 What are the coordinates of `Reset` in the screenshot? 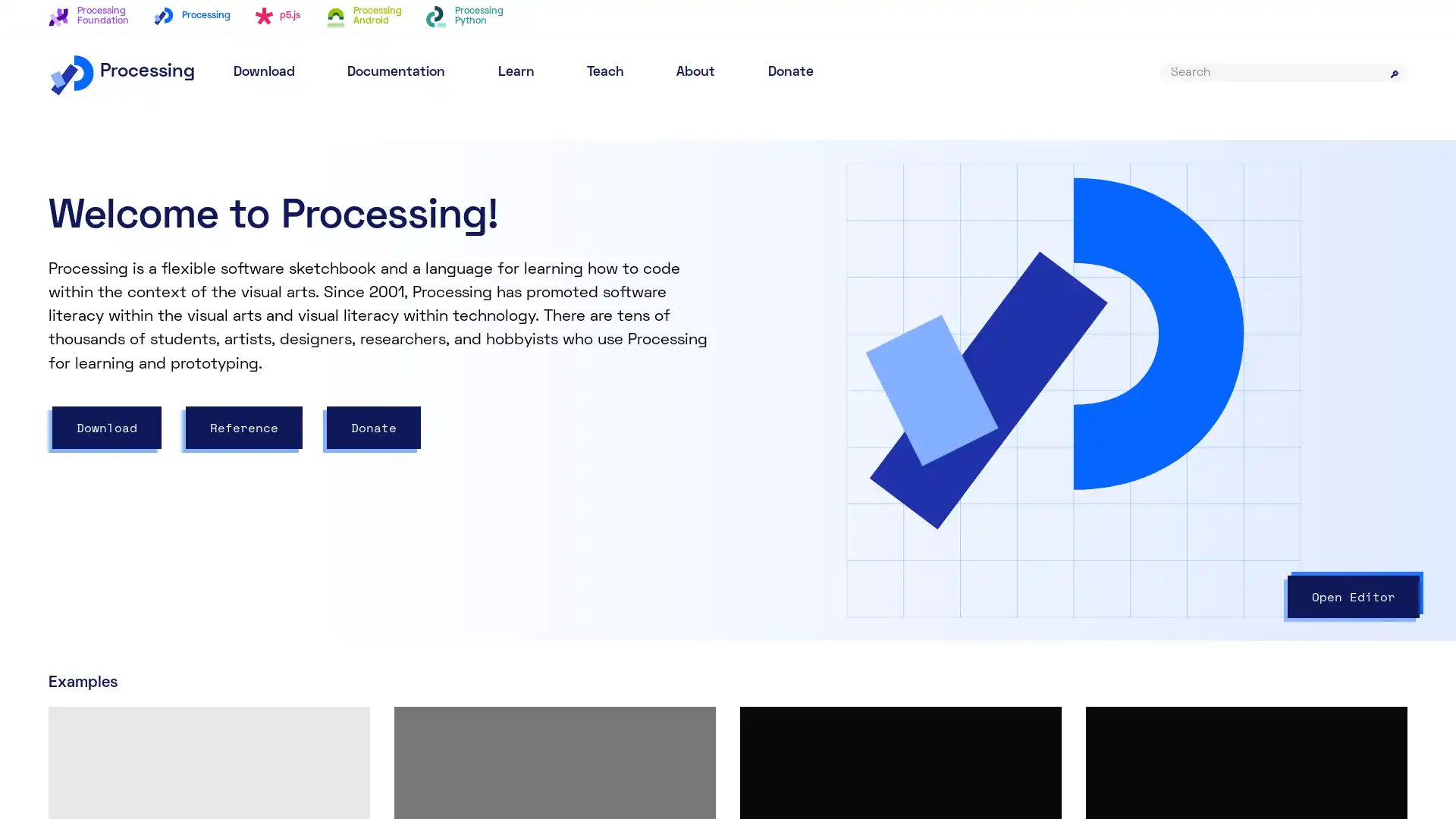 It's located at (1357, 180).